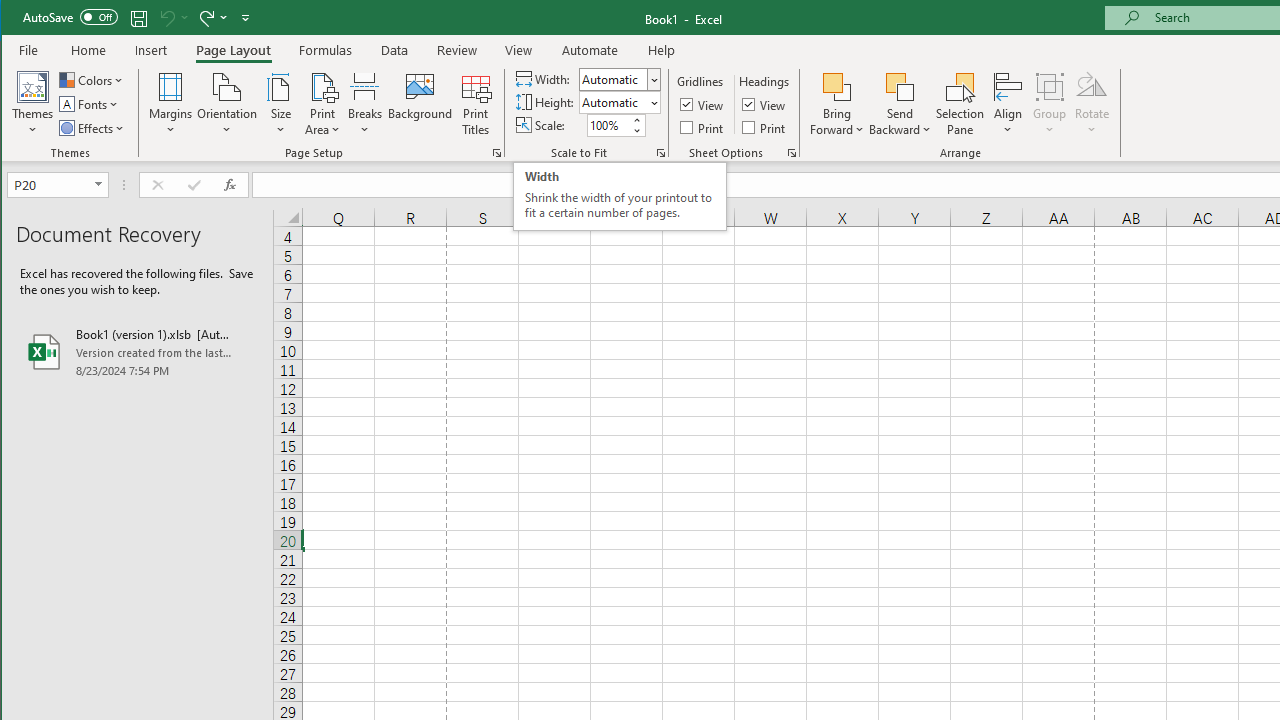  Describe the element at coordinates (474, 104) in the screenshot. I see `'Print Titles'` at that location.